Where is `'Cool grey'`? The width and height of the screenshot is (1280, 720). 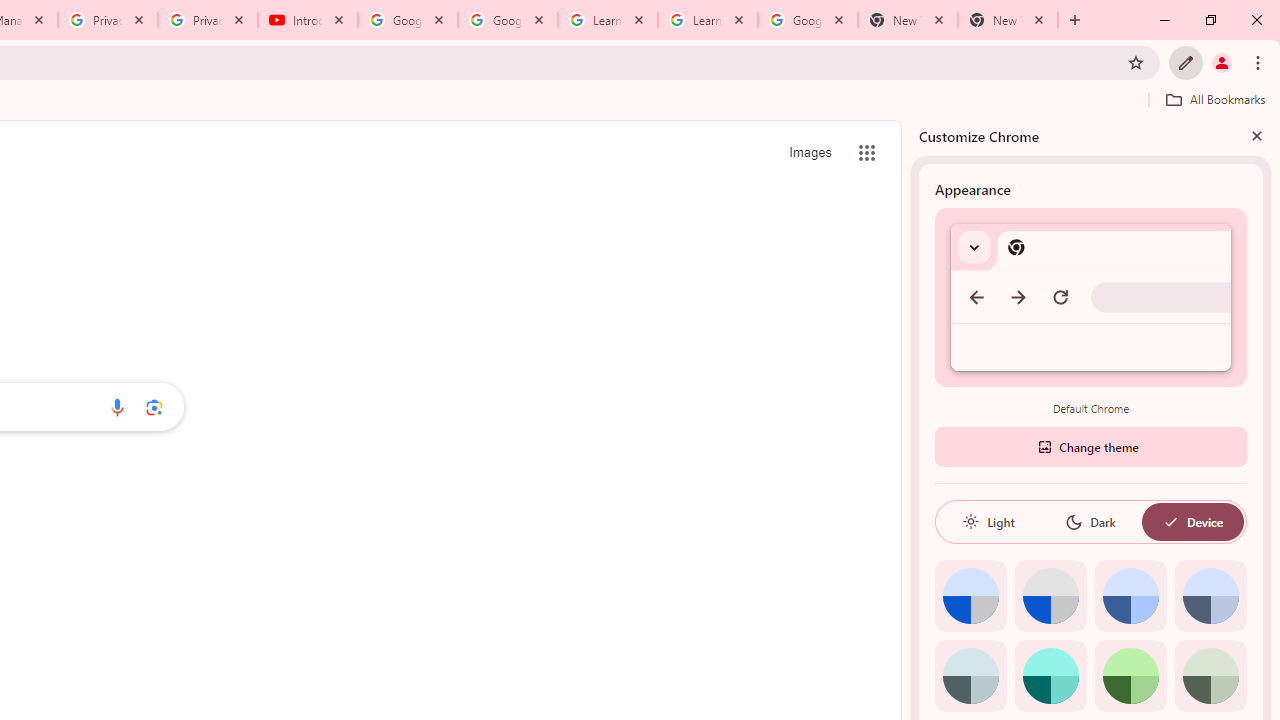
'Cool grey' is located at coordinates (1209, 595).